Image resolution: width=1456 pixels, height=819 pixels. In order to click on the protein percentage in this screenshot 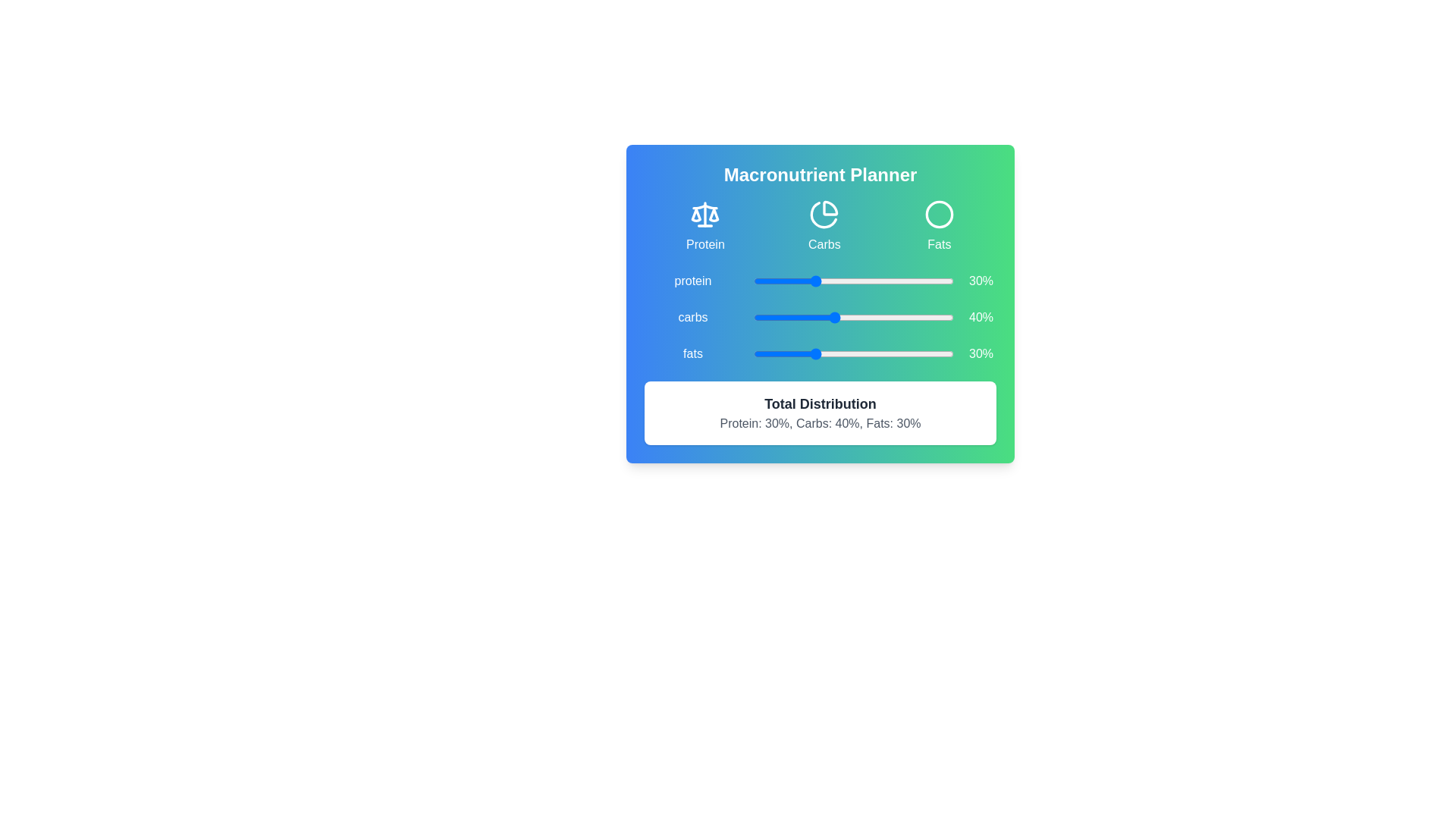, I will do `click(803, 281)`.